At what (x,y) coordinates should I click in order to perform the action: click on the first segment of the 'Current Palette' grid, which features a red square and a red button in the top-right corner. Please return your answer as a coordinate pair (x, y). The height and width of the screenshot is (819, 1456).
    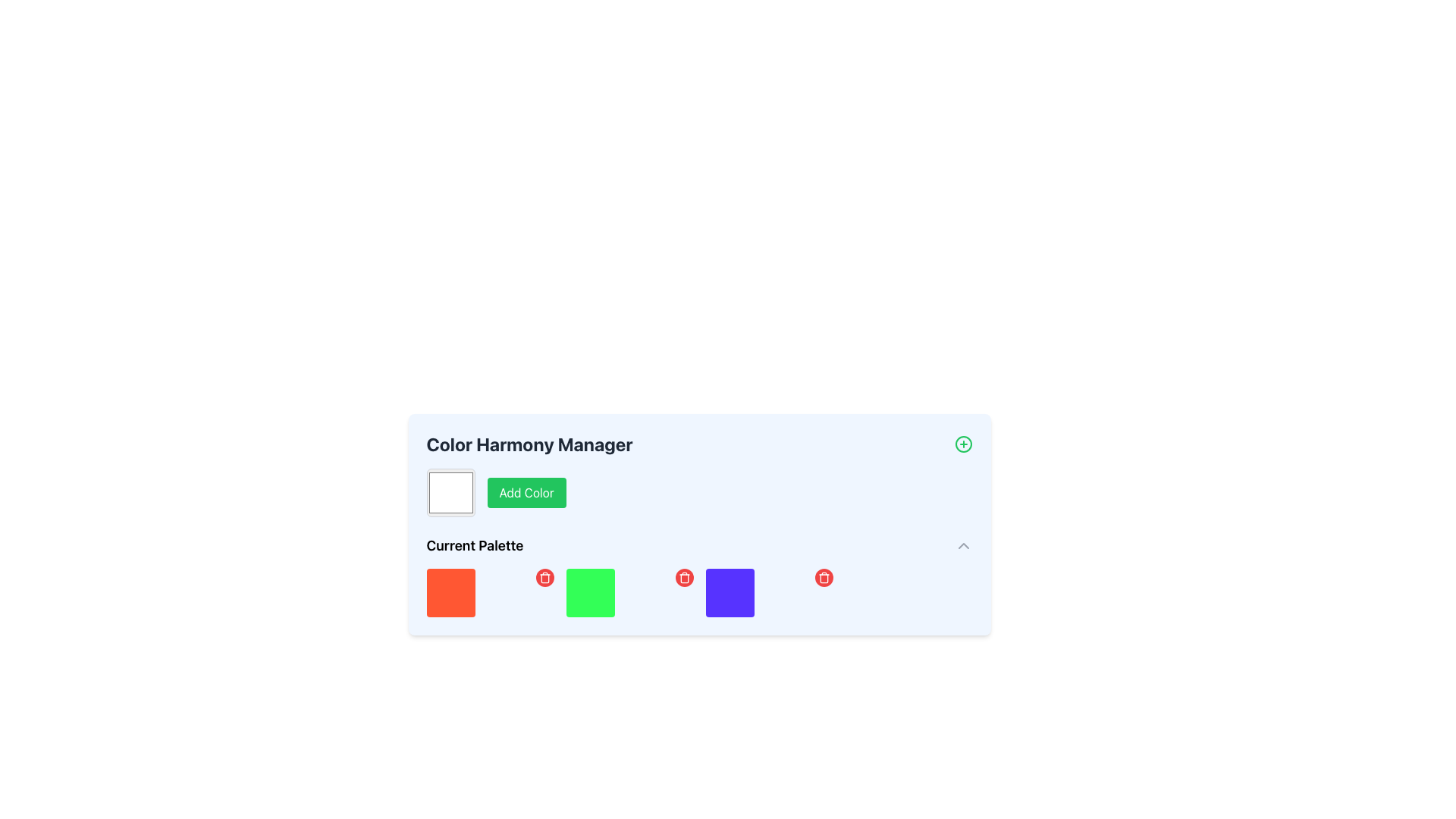
    Looking at the image, I should click on (490, 592).